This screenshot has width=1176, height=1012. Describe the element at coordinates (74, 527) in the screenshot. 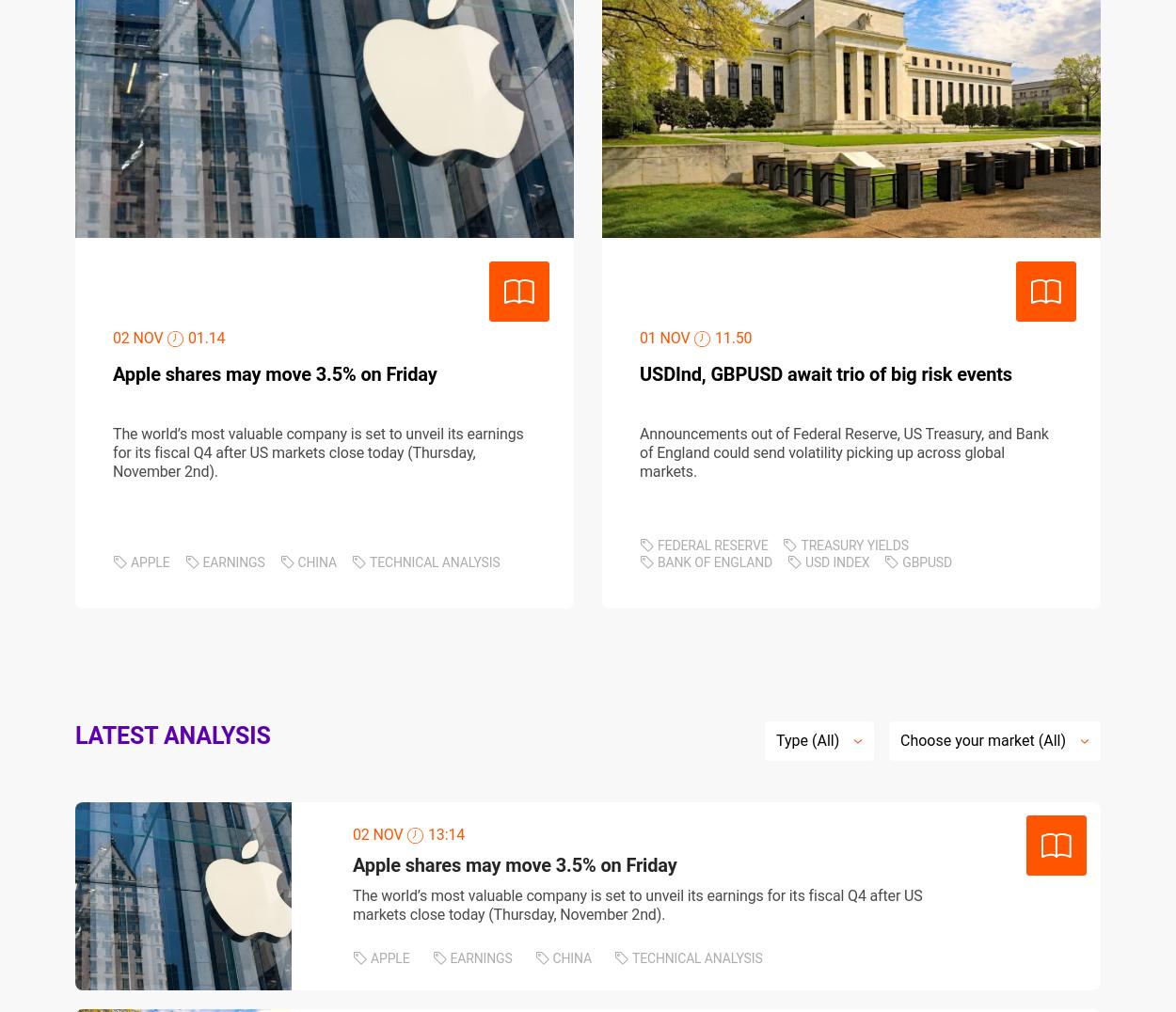

I see `'Privacy policy'` at that location.